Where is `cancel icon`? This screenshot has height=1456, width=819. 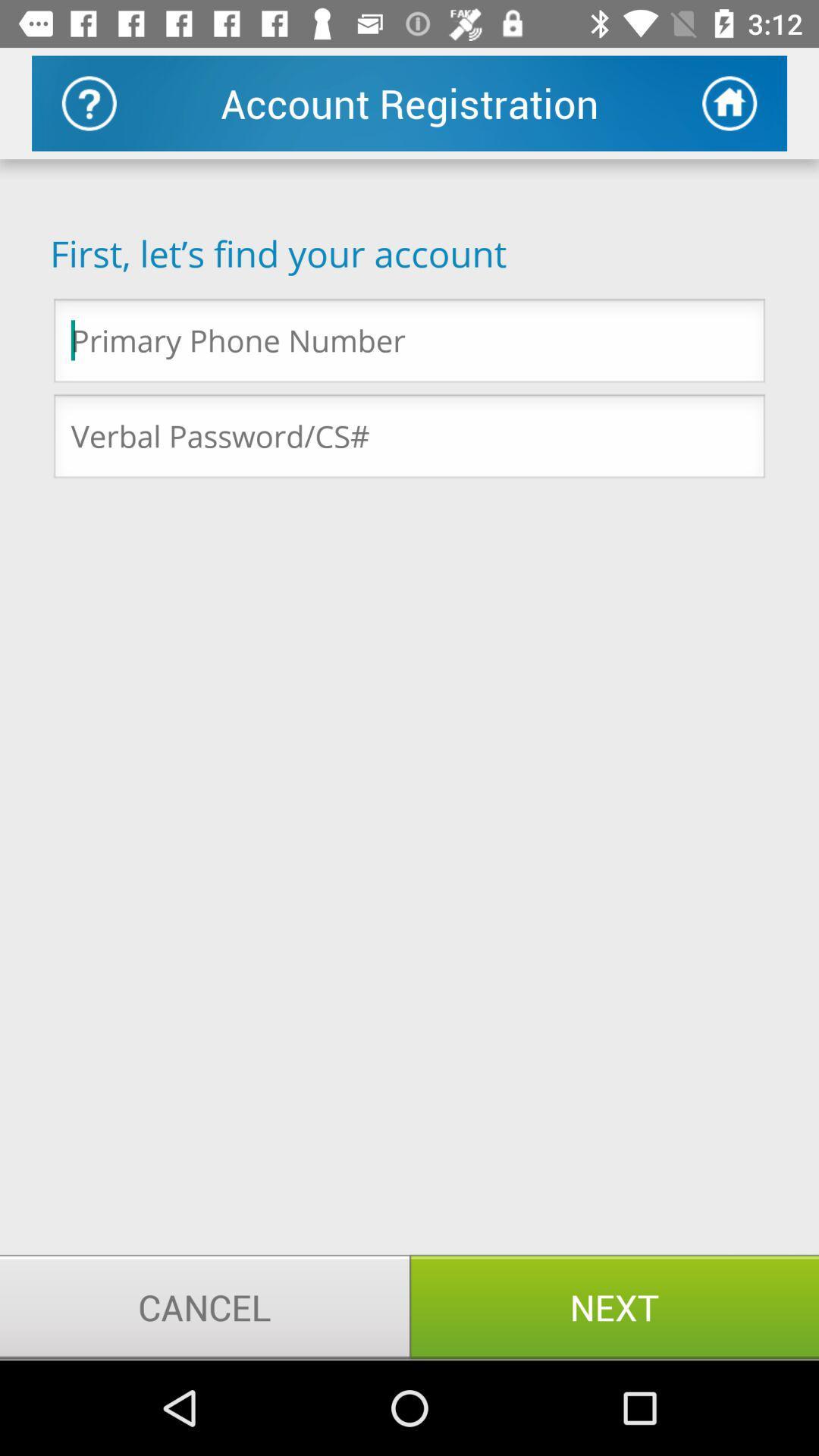 cancel icon is located at coordinates (205, 1306).